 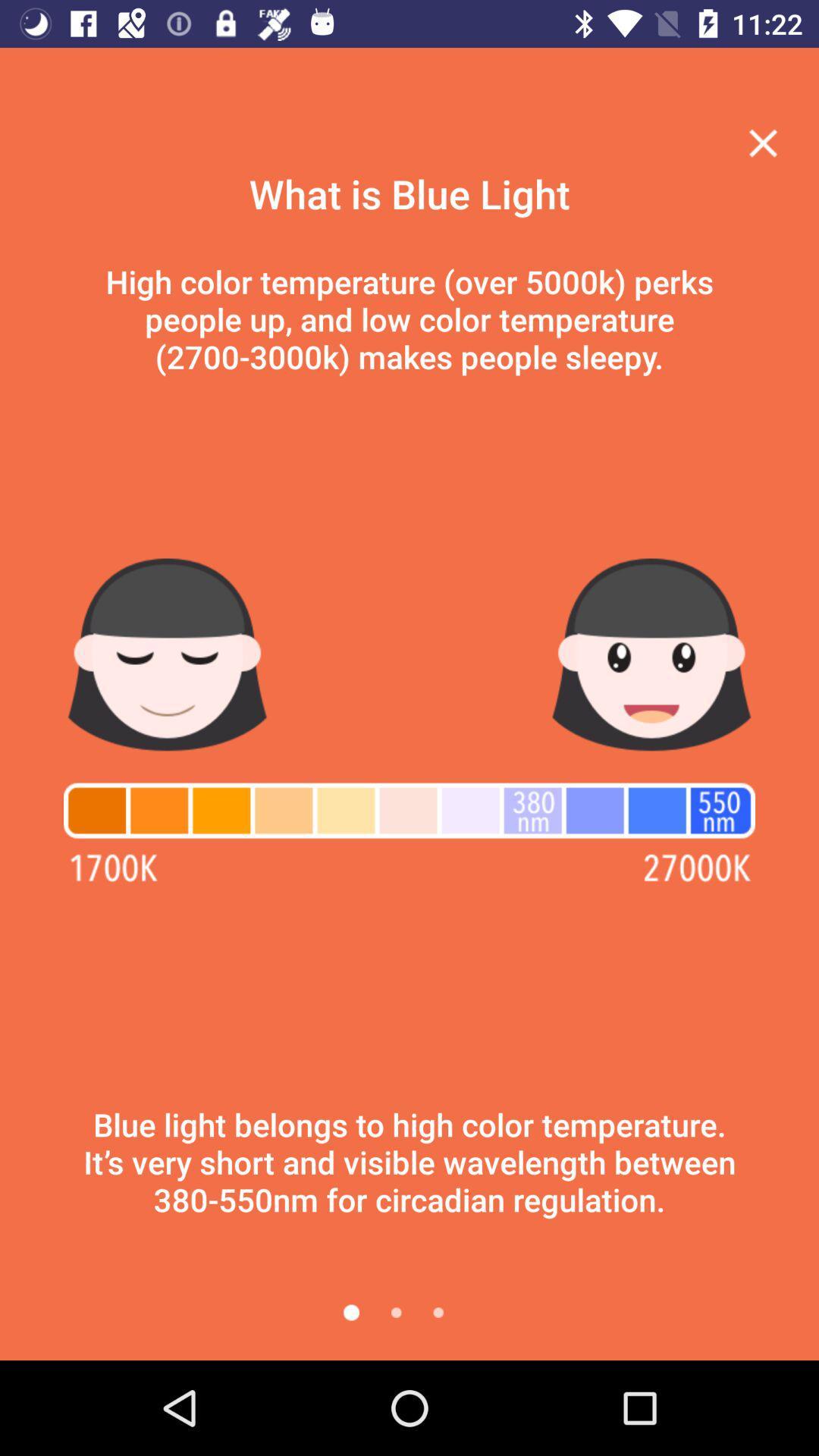 What do you see at coordinates (763, 143) in the screenshot?
I see `window` at bounding box center [763, 143].